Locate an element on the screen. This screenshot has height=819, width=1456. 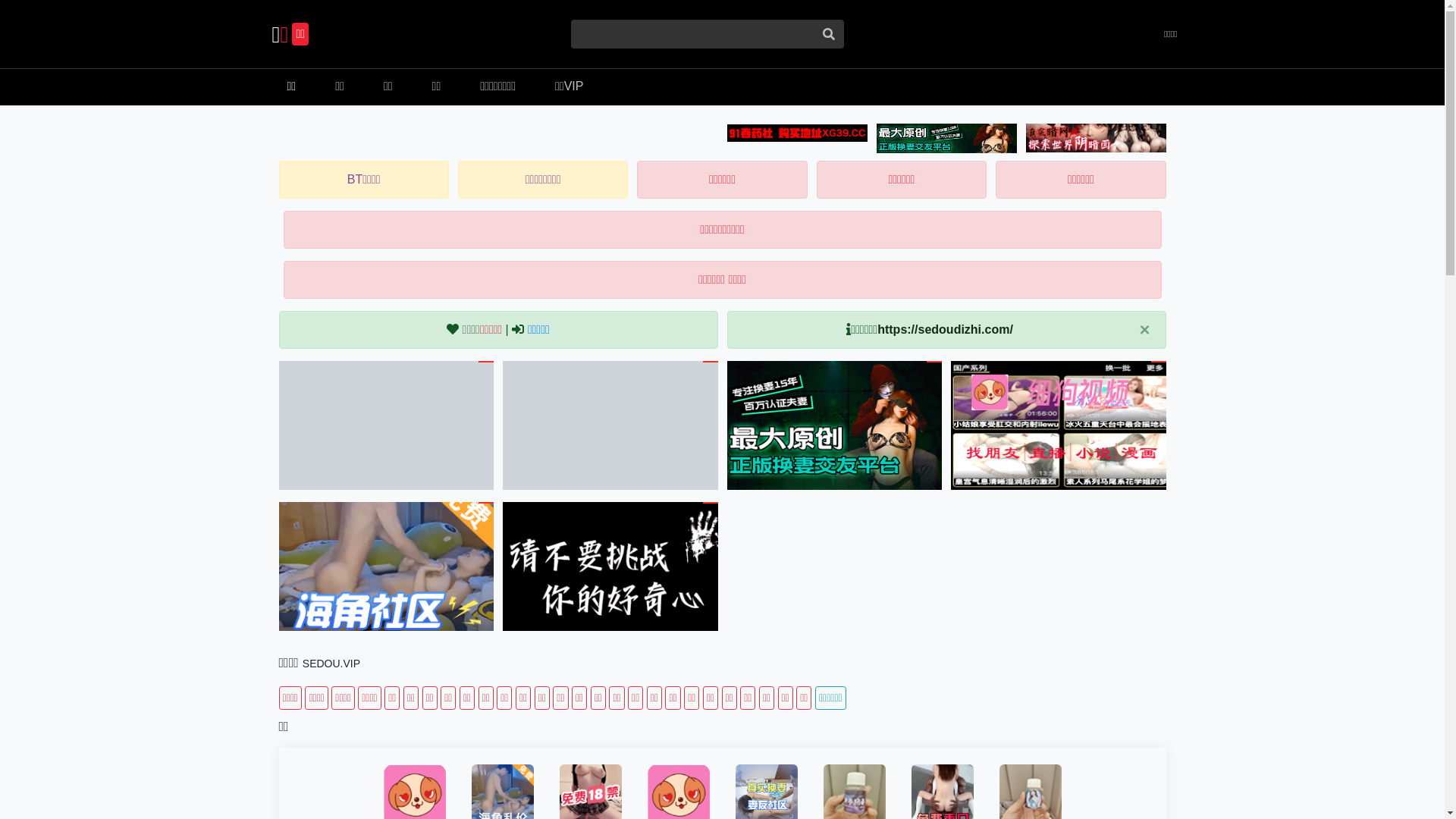
'SEDOU.VIP' is located at coordinates (330, 663).